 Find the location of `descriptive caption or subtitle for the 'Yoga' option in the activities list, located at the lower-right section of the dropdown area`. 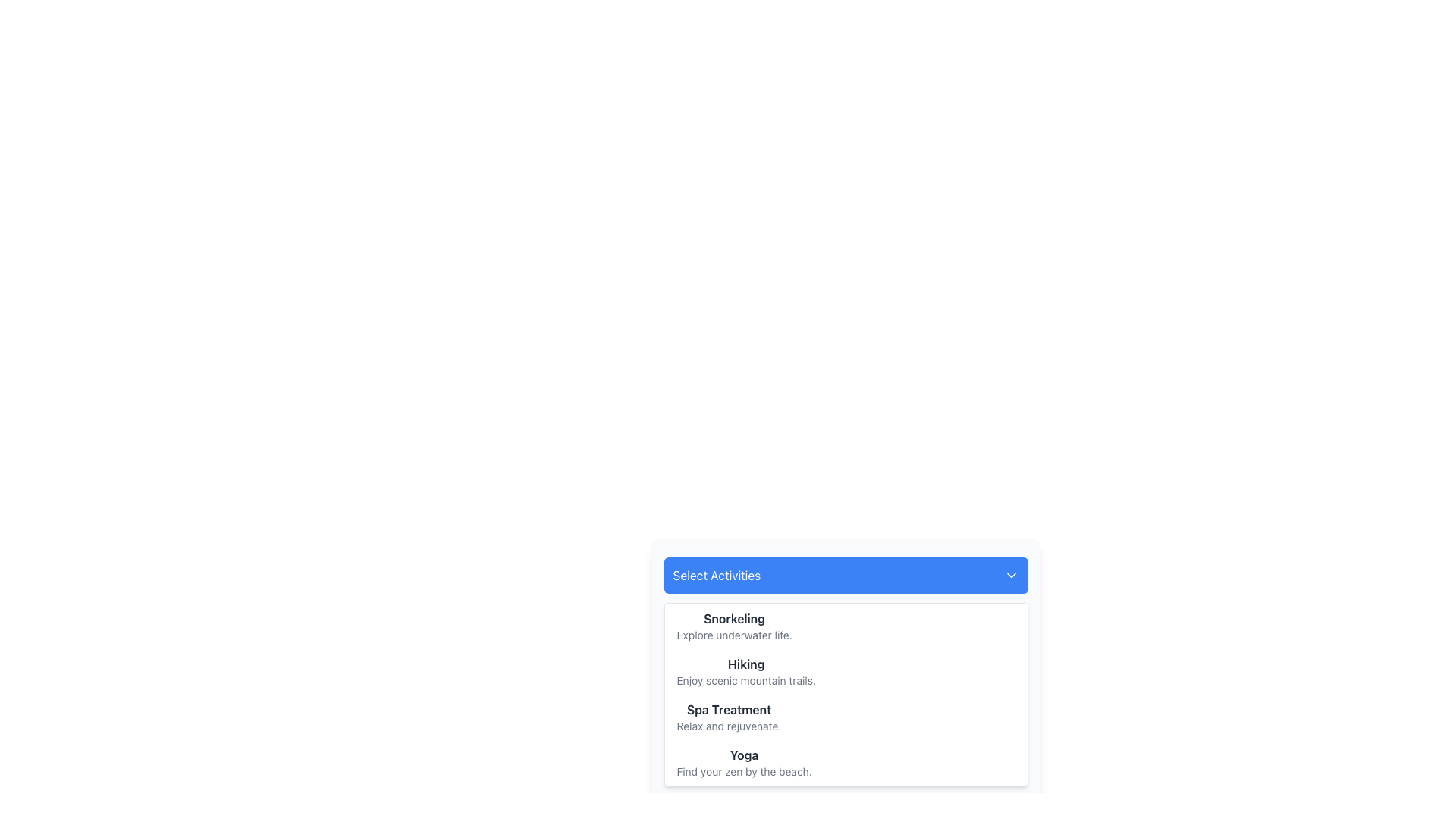

descriptive caption or subtitle for the 'Yoga' option in the activities list, located at the lower-right section of the dropdown area is located at coordinates (744, 772).